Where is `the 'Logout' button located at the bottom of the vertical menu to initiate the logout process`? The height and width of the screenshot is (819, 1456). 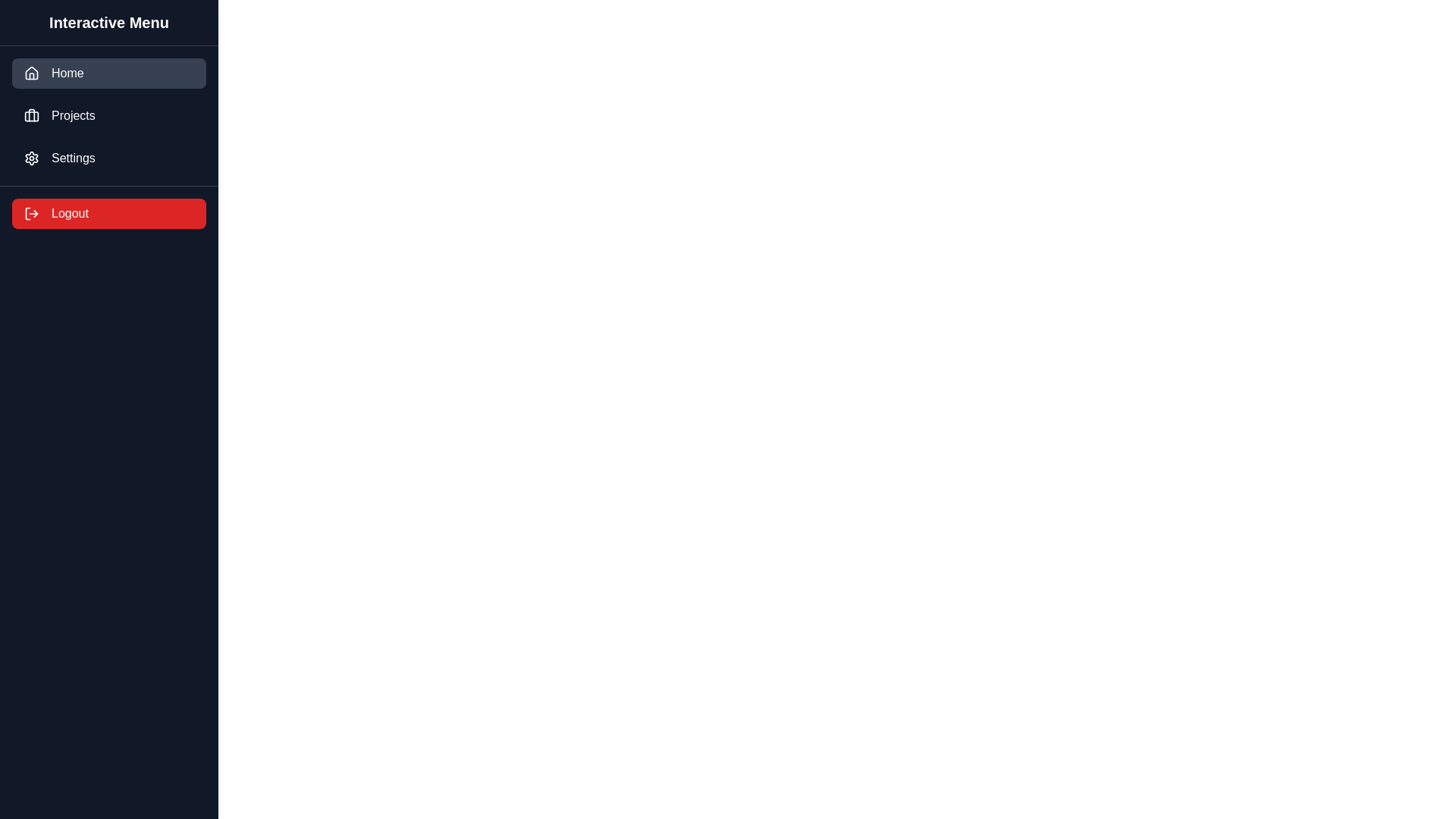
the 'Logout' button located at the bottom of the vertical menu to initiate the logout process is located at coordinates (108, 213).